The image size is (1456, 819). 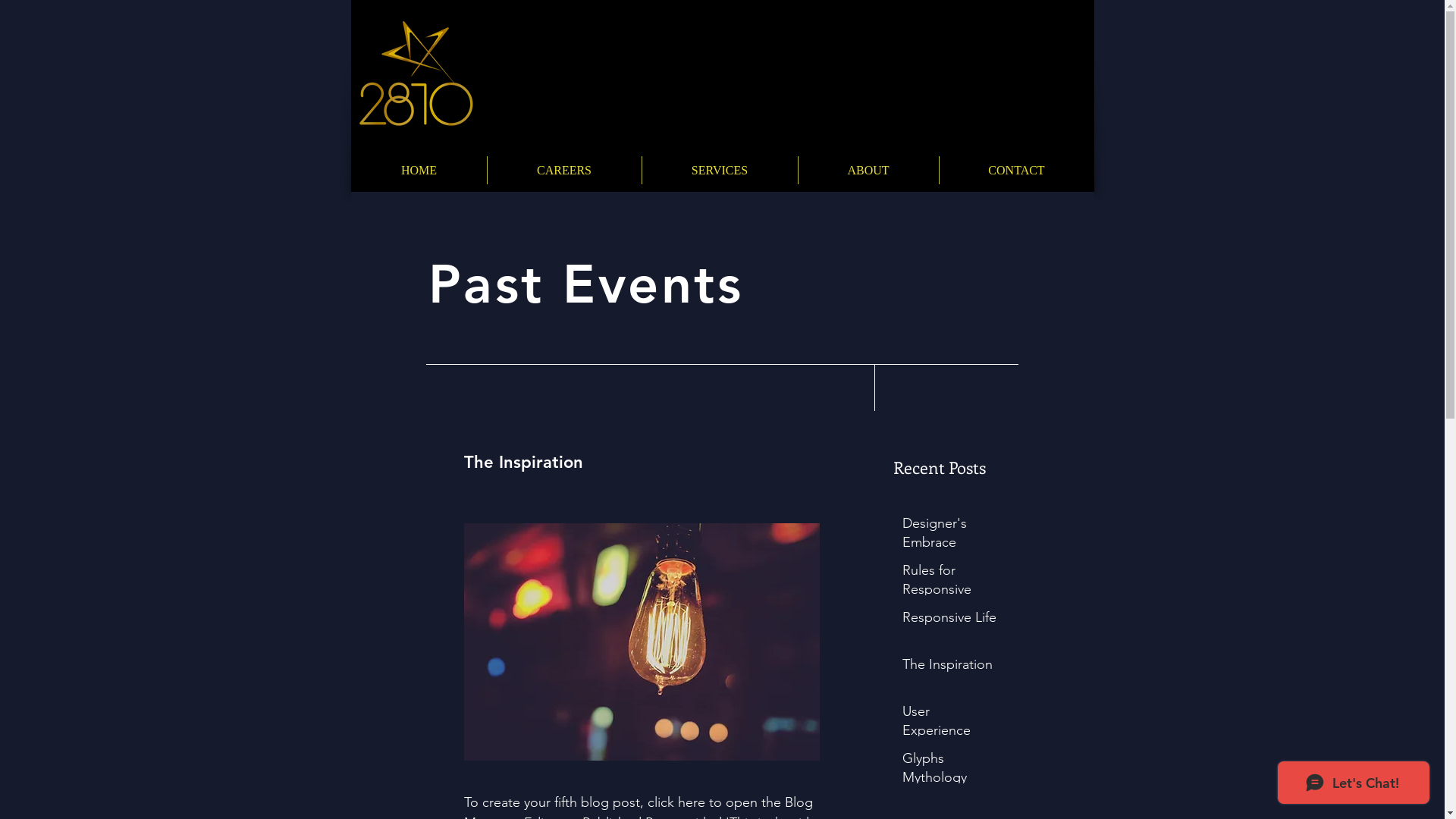 What do you see at coordinates (414, 73) in the screenshot?
I see `'2810_edited.jpg'` at bounding box center [414, 73].